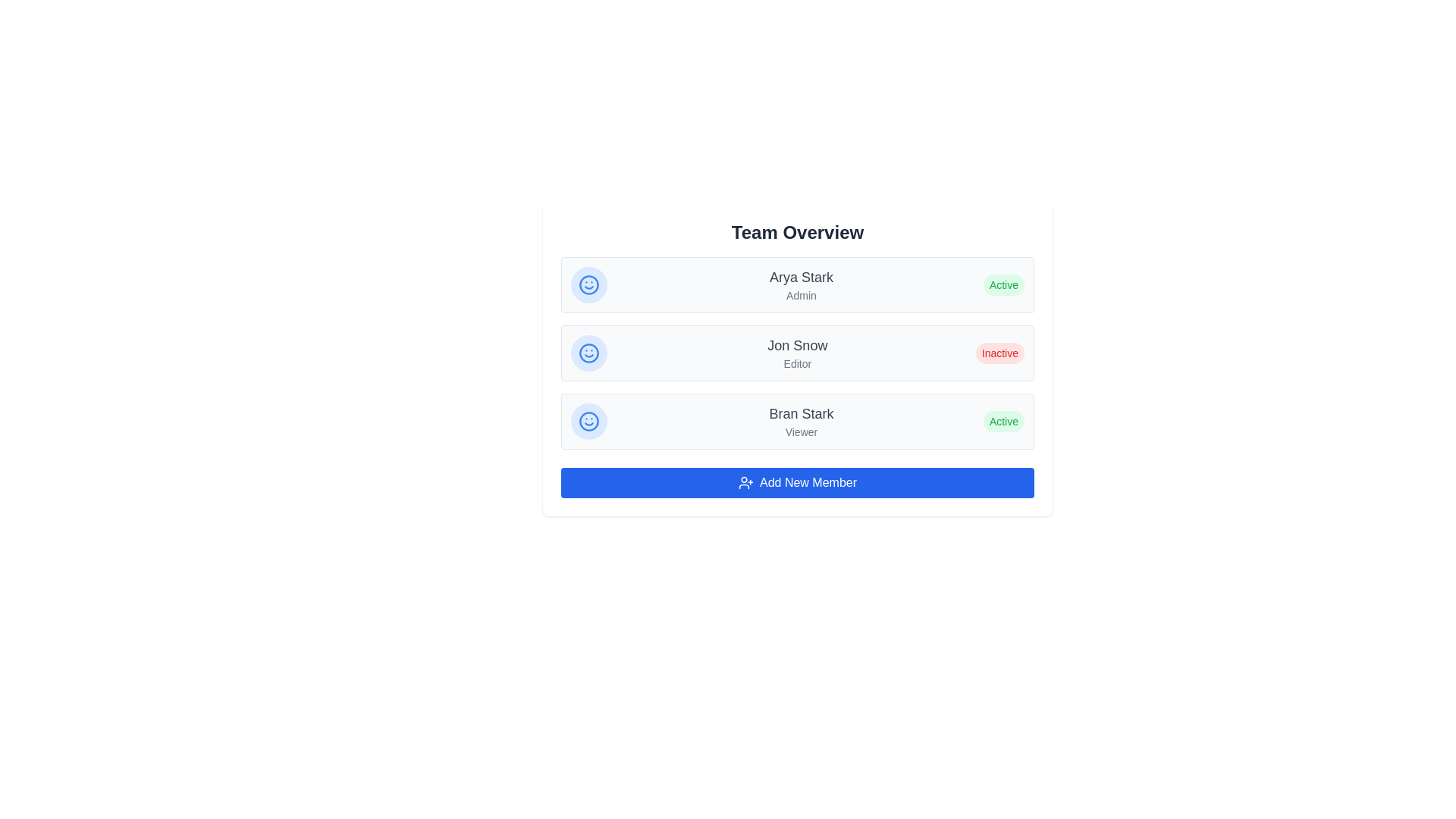  What do you see at coordinates (796, 363) in the screenshot?
I see `the 'Editor' label, which is a small gray text located directly below the larger text 'Jon Snow' in the second entry of a three-entry vertical list` at bounding box center [796, 363].